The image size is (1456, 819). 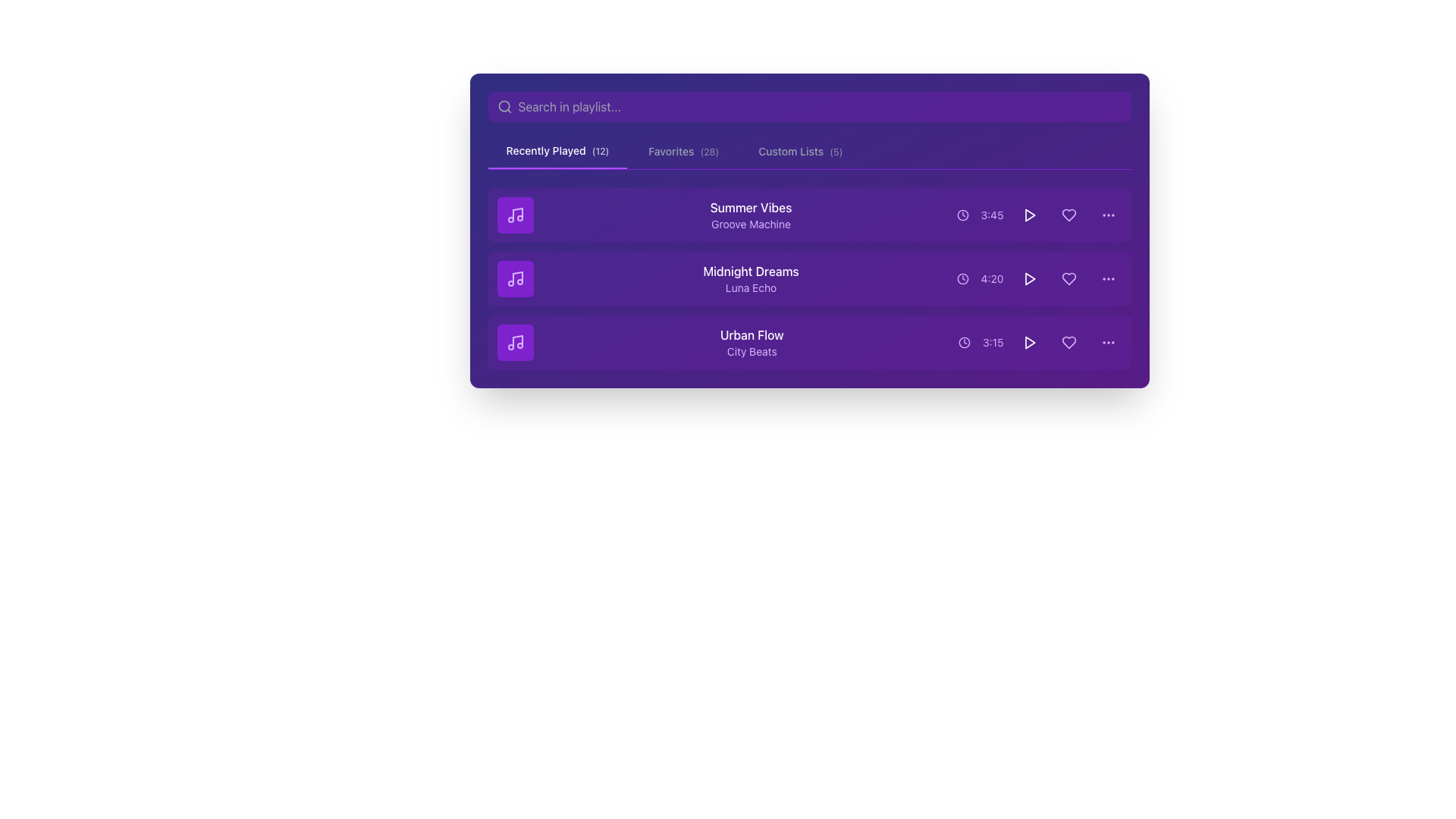 I want to click on the heart-shaped button icon with a hollow outline, styled in light purple, located in the second row of the playlist interface next to the play button for the song 'Midnight Dreams', so click(x=1068, y=278).